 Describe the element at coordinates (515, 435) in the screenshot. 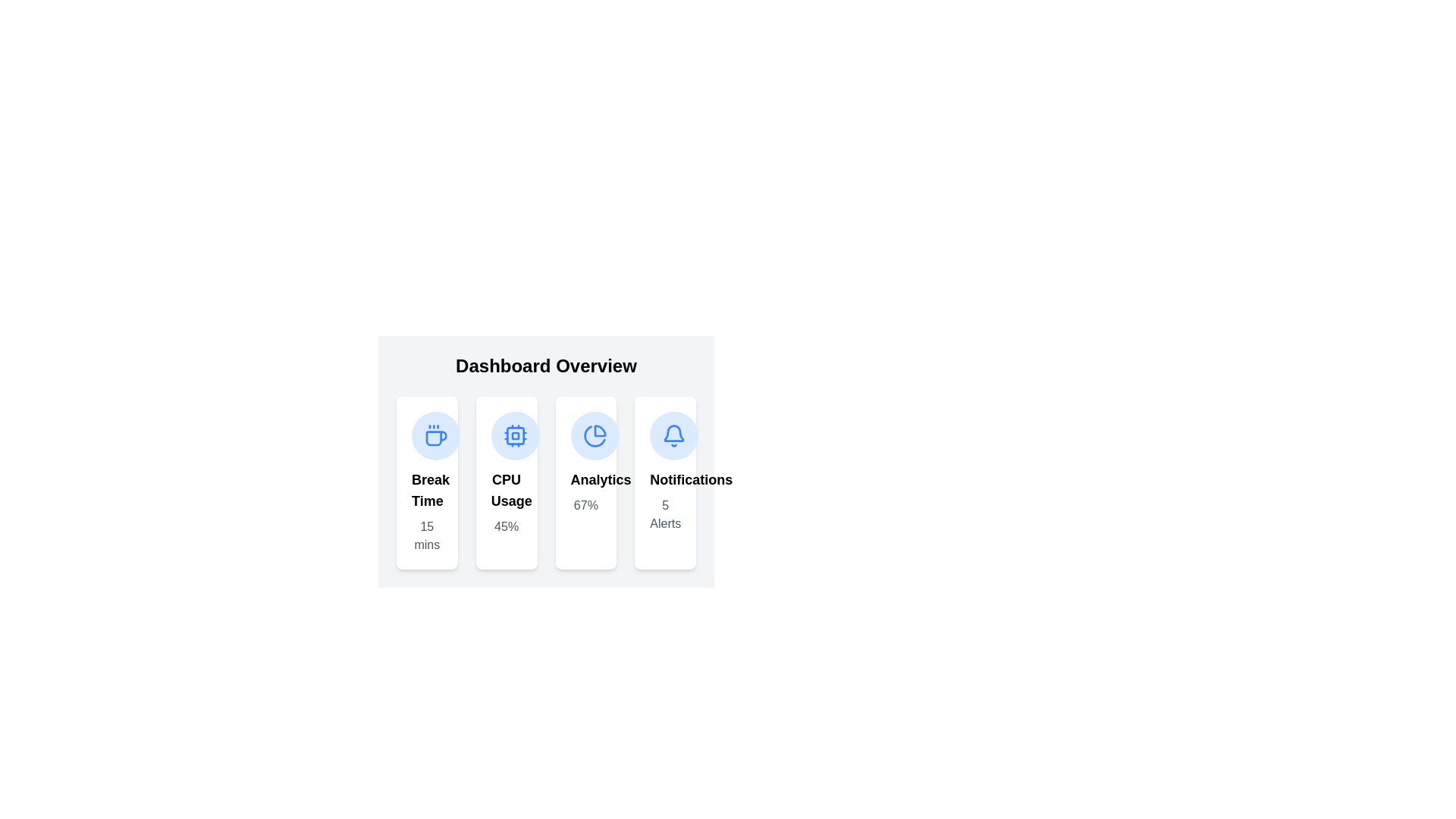

I see `the CPU icon in the 'CPU Usage' section of the dashboard, which is styled in blue and resembles a chip with pins` at that location.